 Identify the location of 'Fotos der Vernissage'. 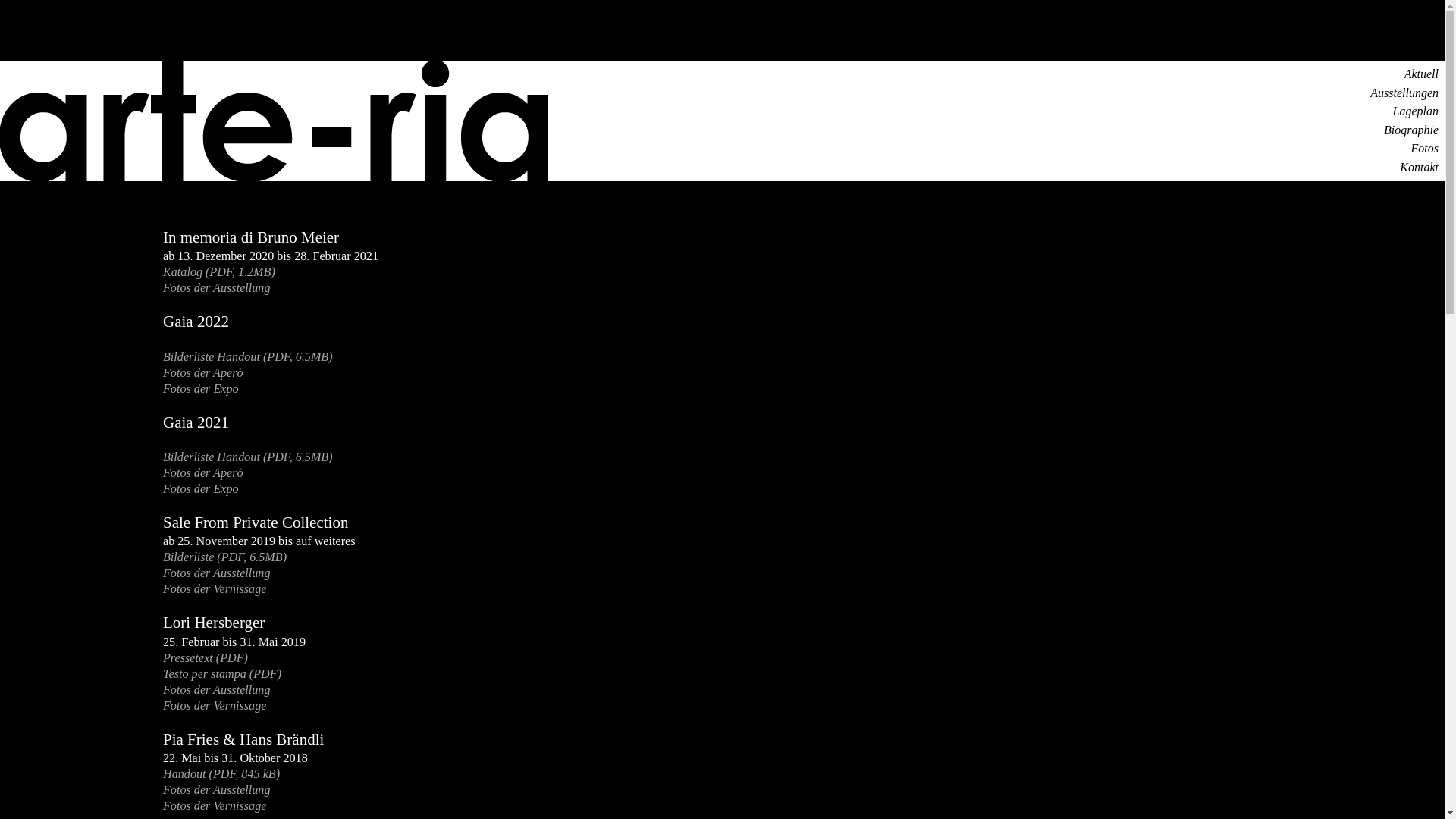
(214, 705).